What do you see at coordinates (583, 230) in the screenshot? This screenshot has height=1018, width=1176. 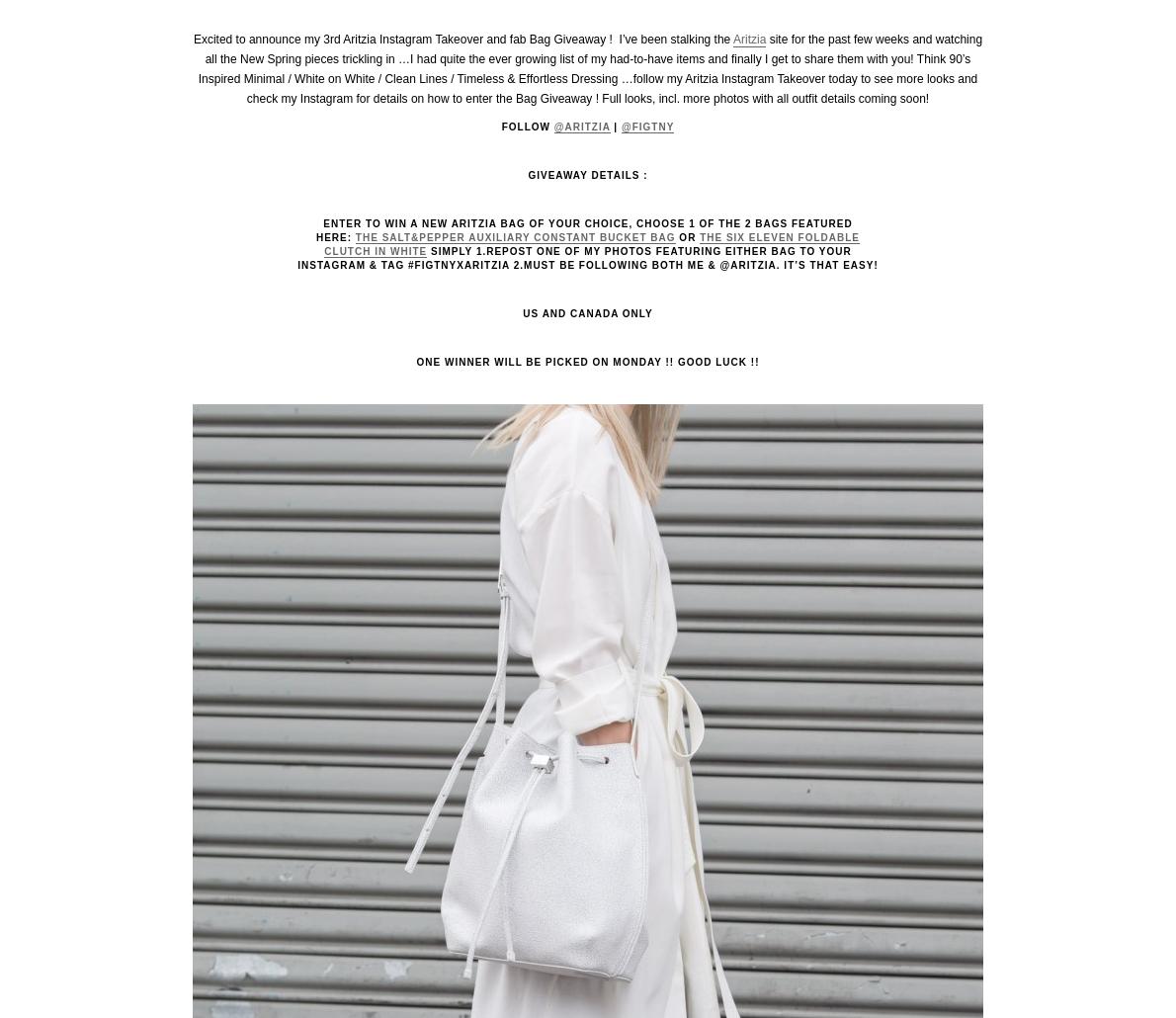 I see `'Enter to win a New Aritzia Bag of your choice, choose 1 of the 2 bags featured here:'` at bounding box center [583, 230].